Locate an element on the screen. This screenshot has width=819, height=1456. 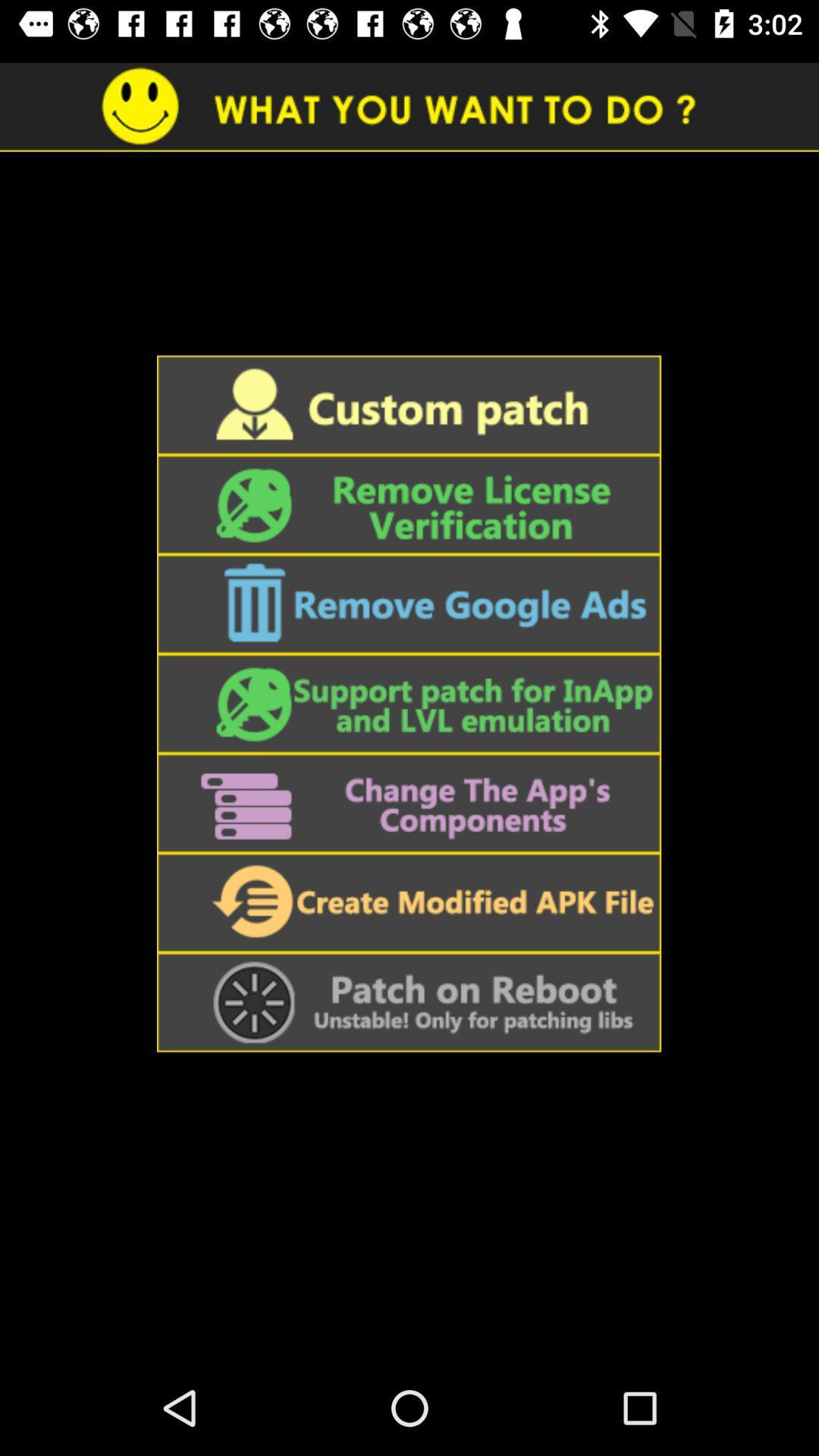
click on custom patch is located at coordinates (408, 405).